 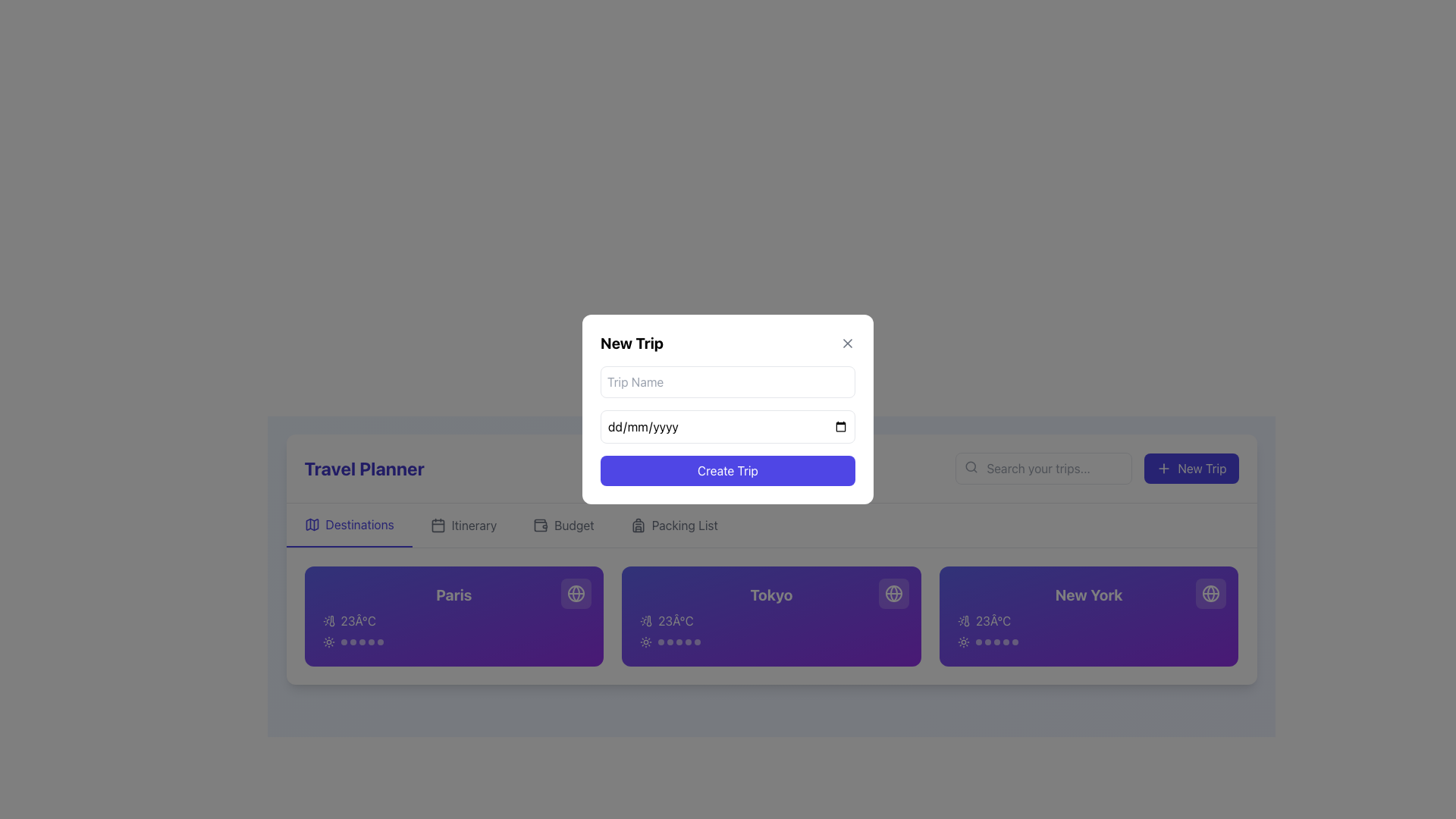 I want to click on the global context icon located in the top-right corner of the 'Tokyo' card displaying temperature information, so click(x=893, y=593).